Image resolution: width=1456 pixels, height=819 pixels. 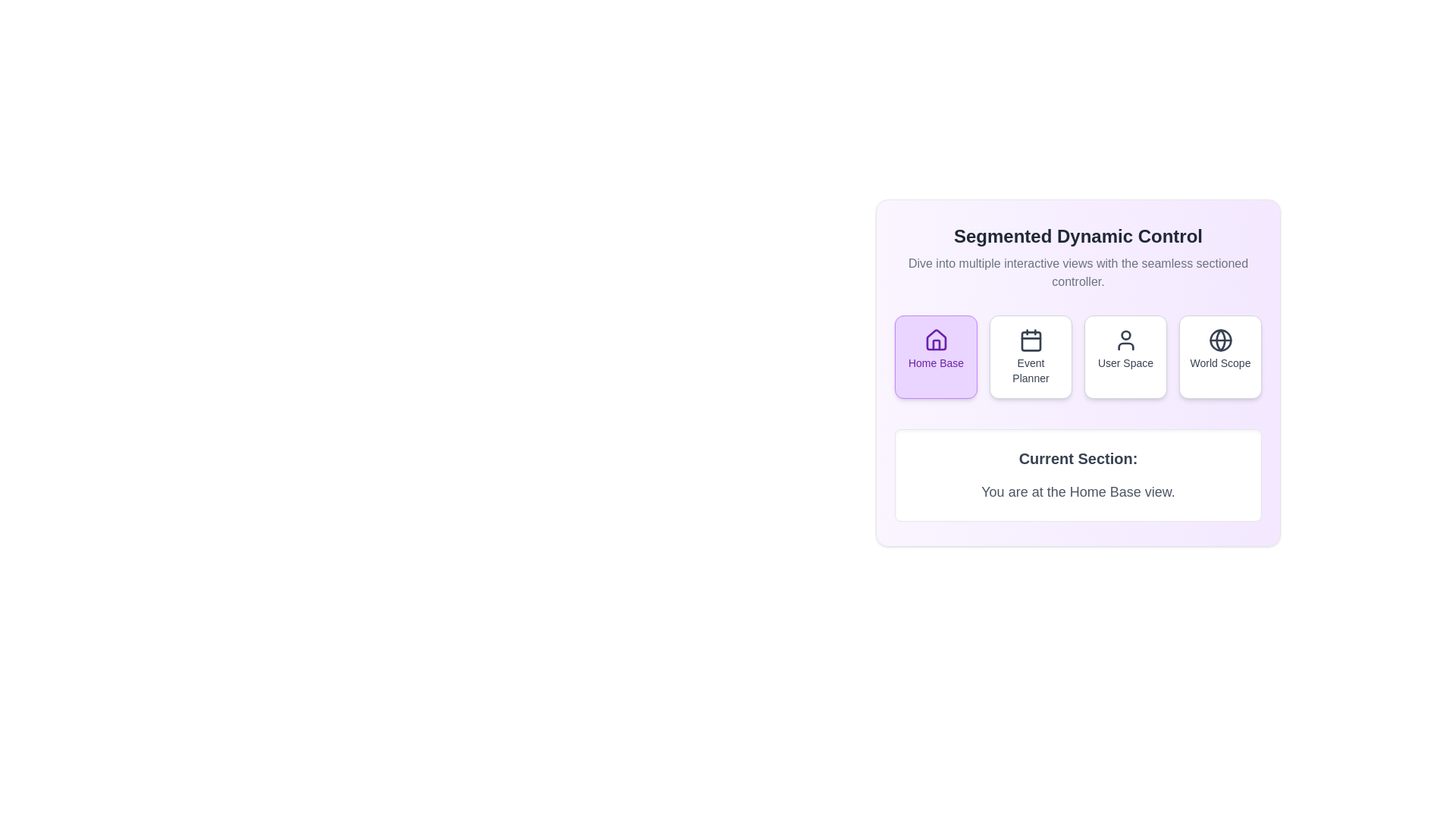 What do you see at coordinates (935, 339) in the screenshot?
I see `the 'Home Base' navigation icon located in the first position of the interactive buttons at the top of the segmented control area` at bounding box center [935, 339].